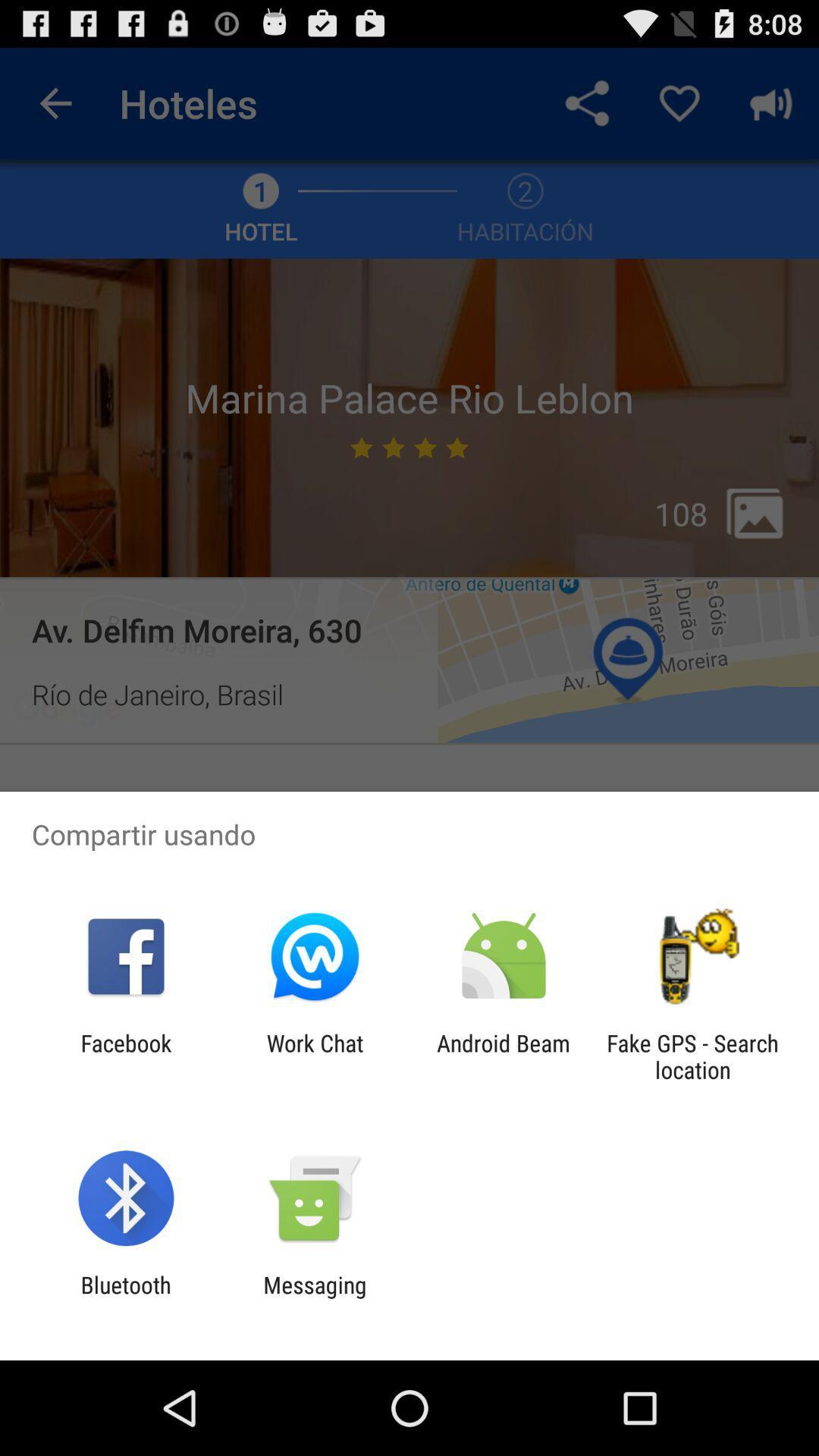 The width and height of the screenshot is (819, 1456). Describe the element at coordinates (125, 1298) in the screenshot. I see `bluetooth app` at that location.